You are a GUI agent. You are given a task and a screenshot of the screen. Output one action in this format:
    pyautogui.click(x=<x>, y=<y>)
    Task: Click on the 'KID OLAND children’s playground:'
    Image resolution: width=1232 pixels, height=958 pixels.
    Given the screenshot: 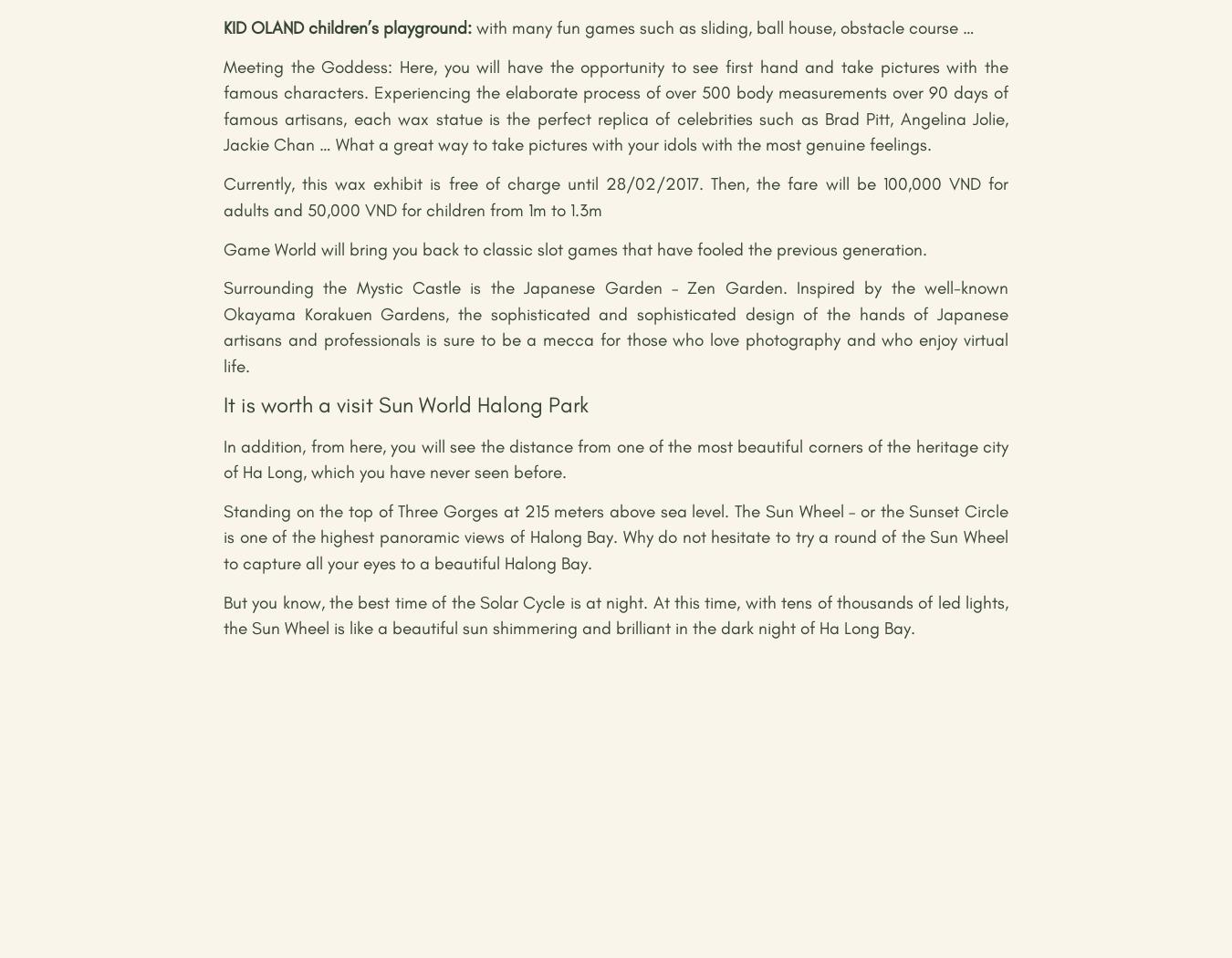 What is the action you would take?
    pyautogui.click(x=347, y=27)
    